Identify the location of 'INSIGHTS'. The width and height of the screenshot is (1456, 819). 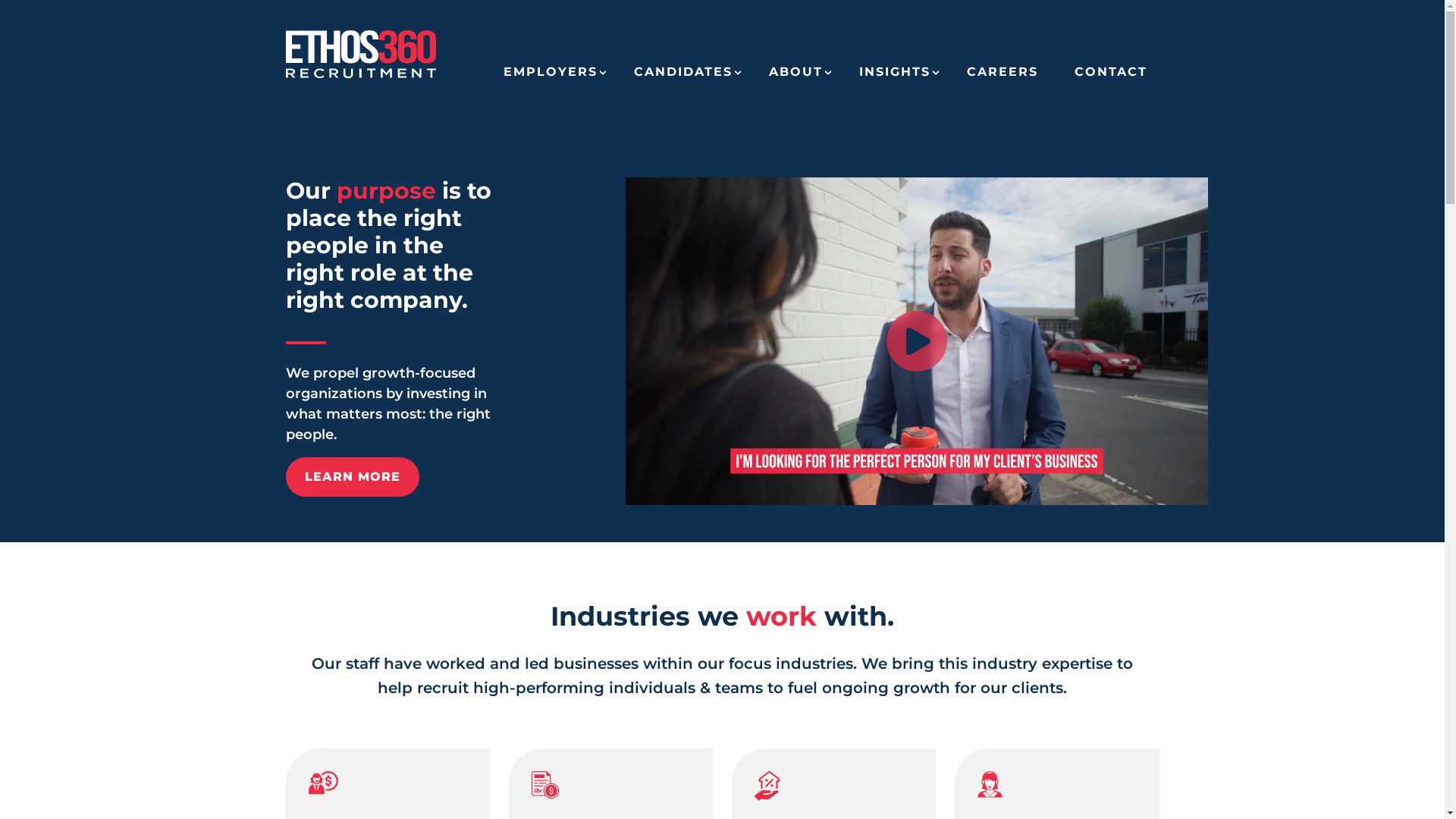
(894, 77).